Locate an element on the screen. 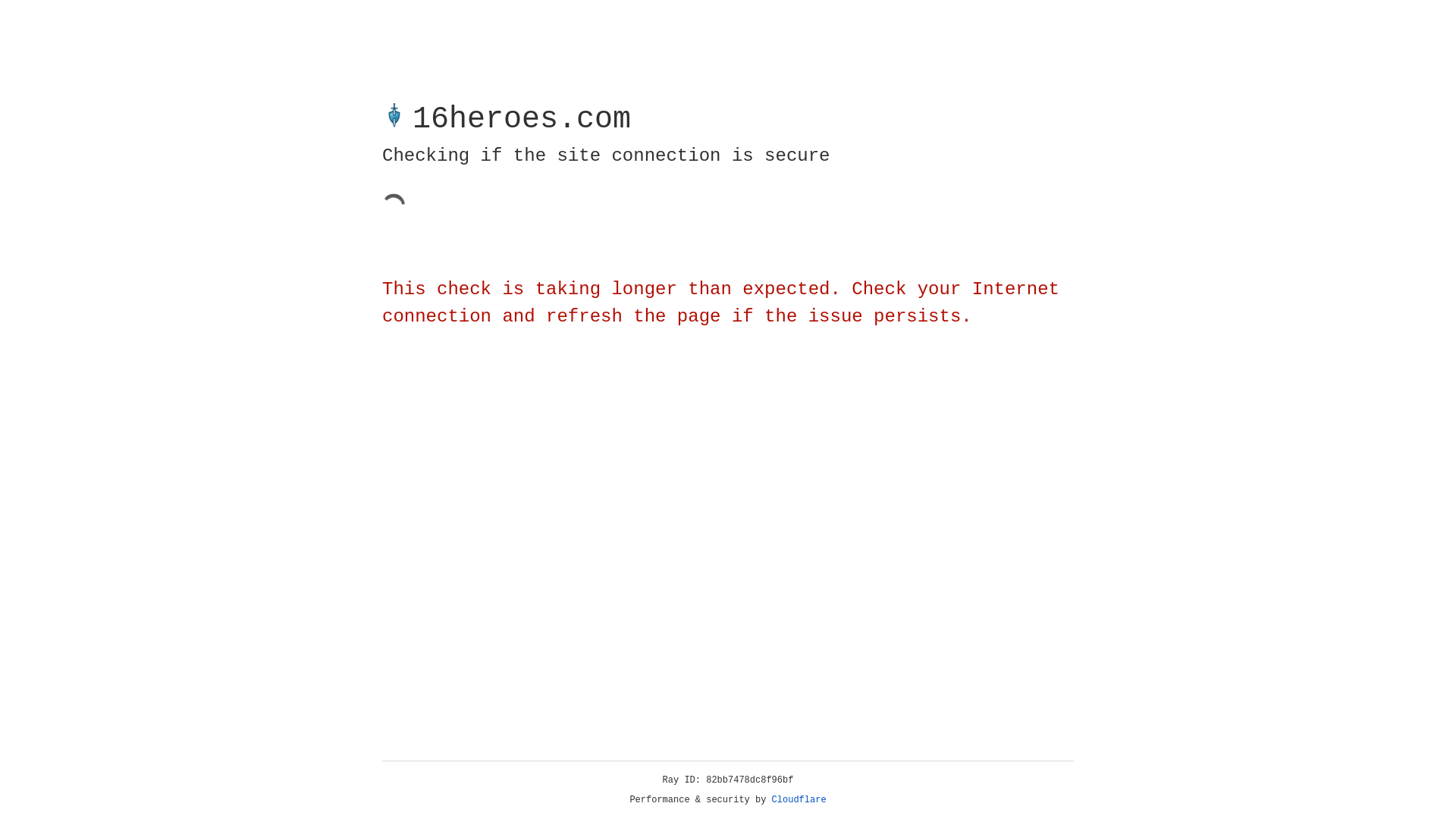 The width and height of the screenshot is (1456, 819). 'Cloudflare' is located at coordinates (799, 799).